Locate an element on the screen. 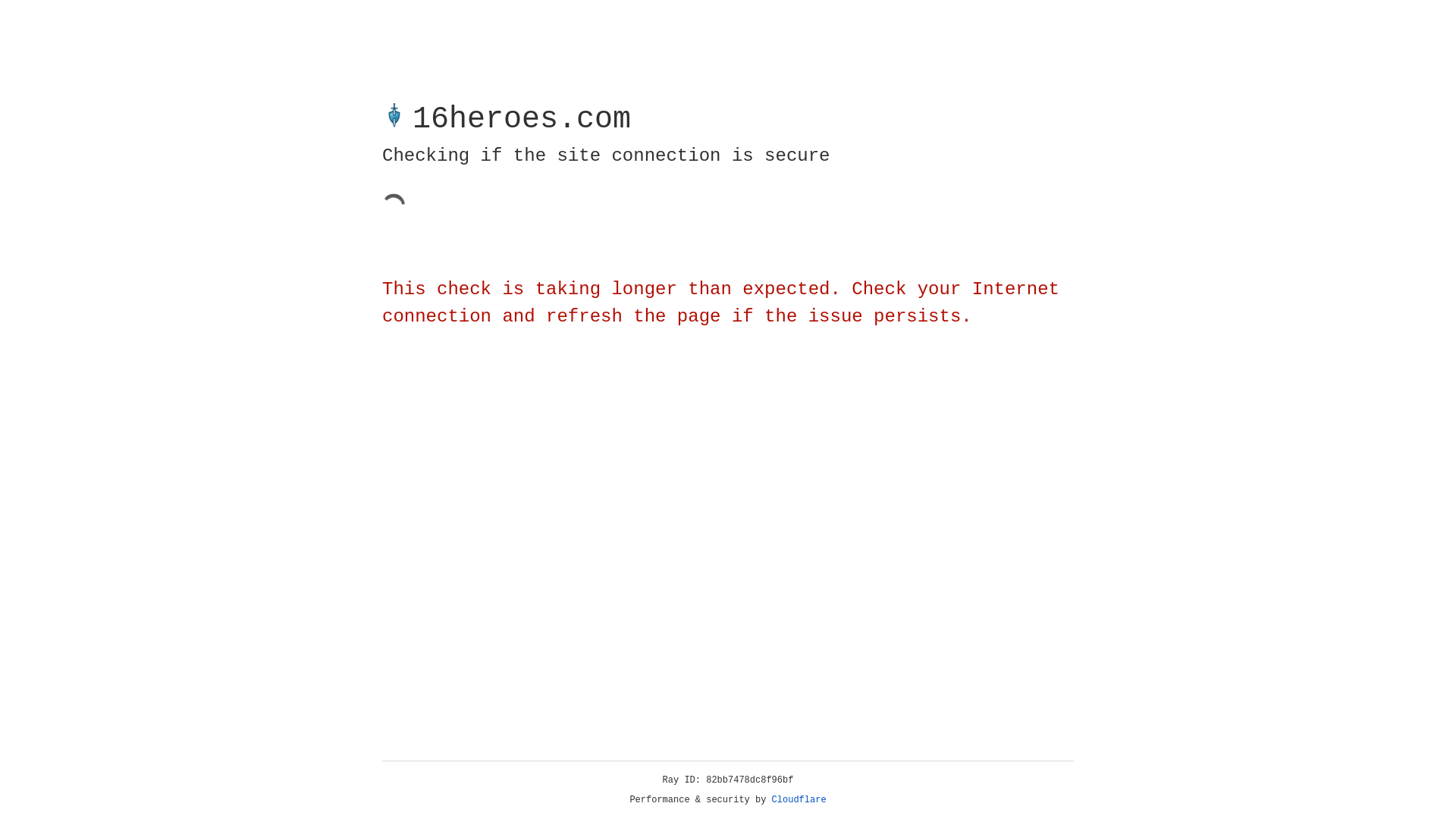 The width and height of the screenshot is (1456, 819). 'Cloudflare' is located at coordinates (799, 799).